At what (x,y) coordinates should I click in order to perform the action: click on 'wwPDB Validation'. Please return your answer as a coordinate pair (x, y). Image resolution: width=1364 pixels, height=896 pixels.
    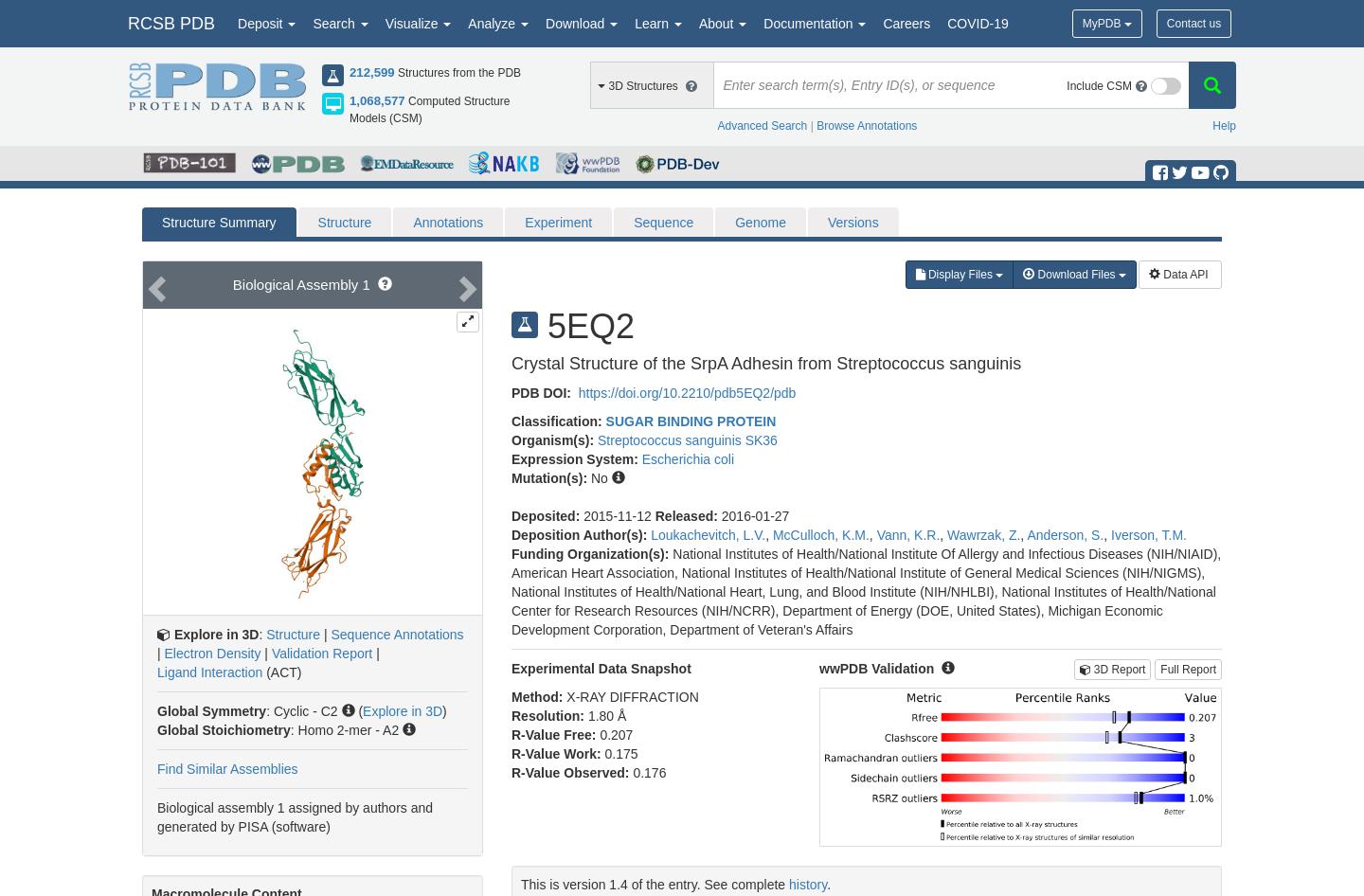
    Looking at the image, I should click on (876, 667).